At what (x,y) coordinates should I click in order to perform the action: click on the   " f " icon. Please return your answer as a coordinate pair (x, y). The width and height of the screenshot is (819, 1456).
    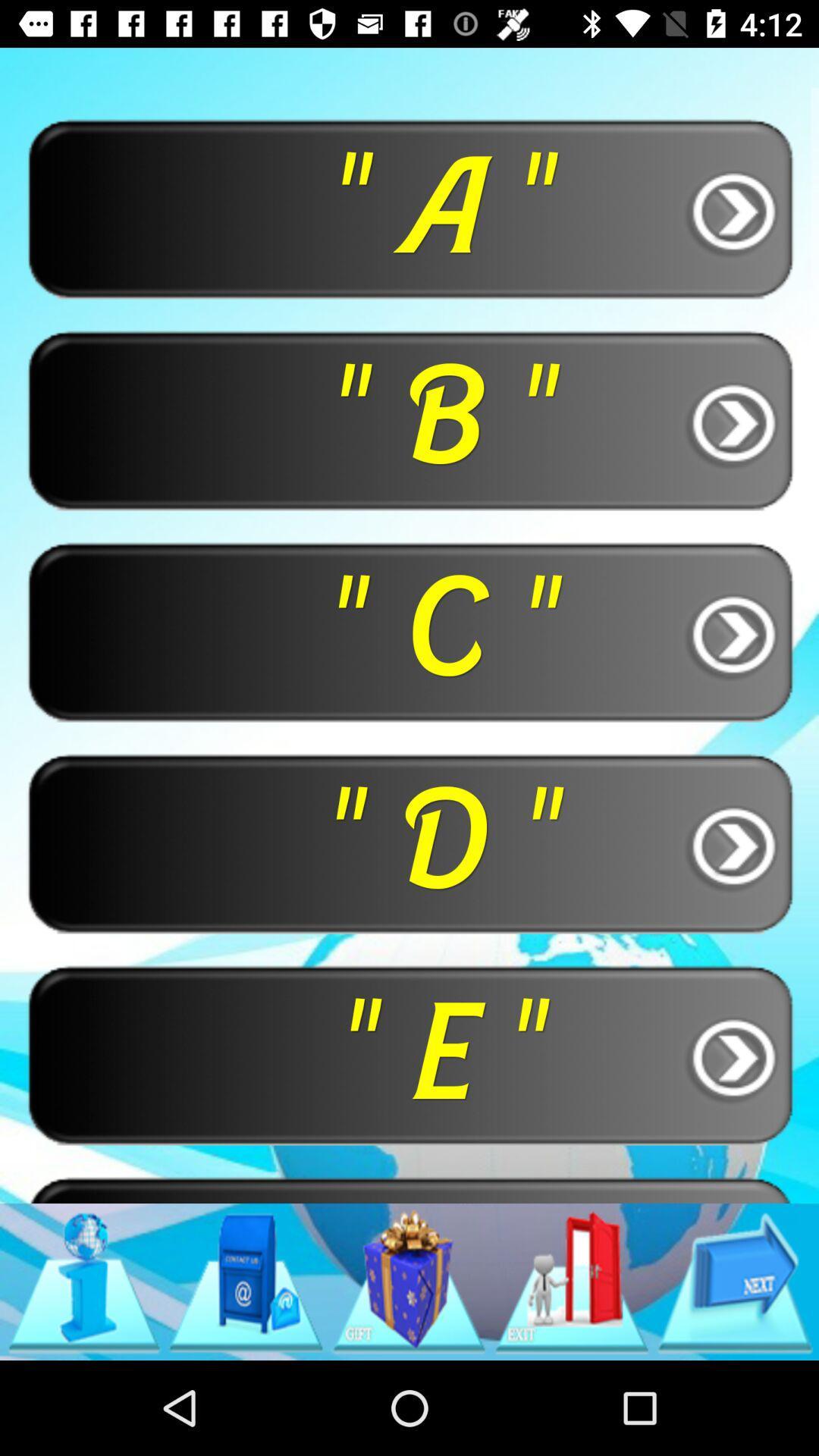
    Looking at the image, I should click on (409, 1188).